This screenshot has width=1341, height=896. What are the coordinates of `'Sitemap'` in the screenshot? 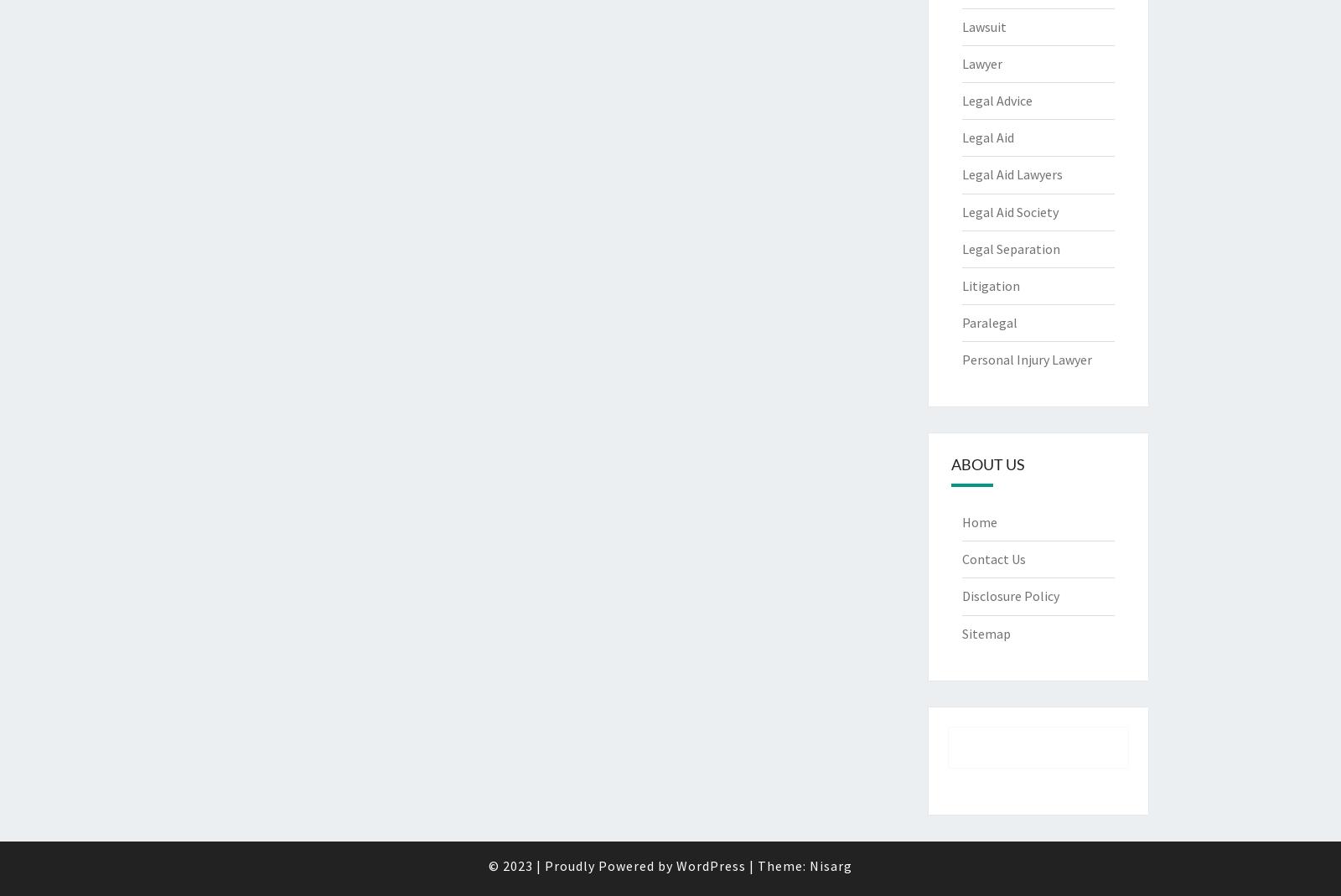 It's located at (986, 633).